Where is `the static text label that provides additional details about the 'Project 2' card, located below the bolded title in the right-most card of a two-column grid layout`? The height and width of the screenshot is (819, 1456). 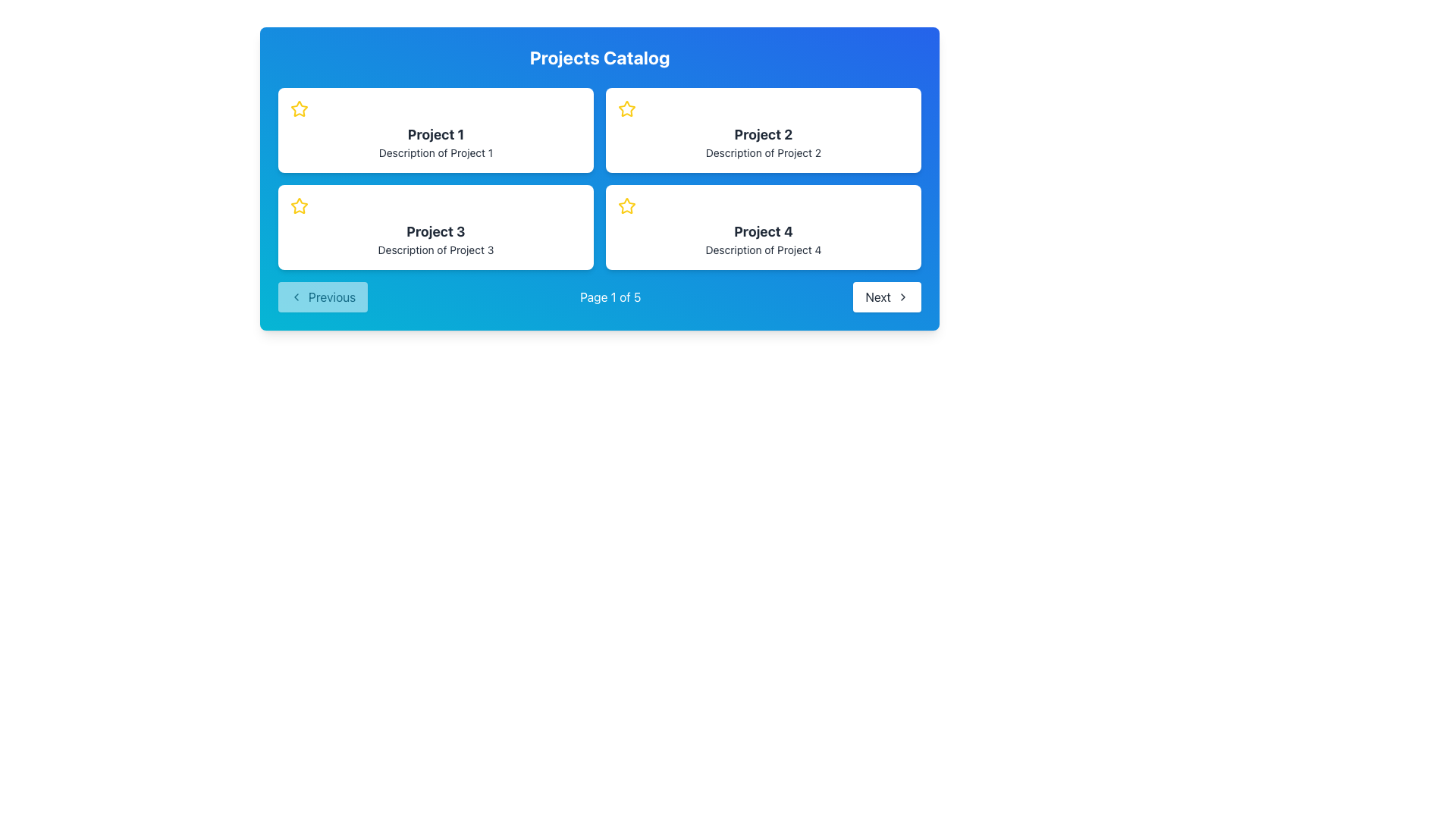 the static text label that provides additional details about the 'Project 2' card, located below the bolded title in the right-most card of a two-column grid layout is located at coordinates (764, 152).